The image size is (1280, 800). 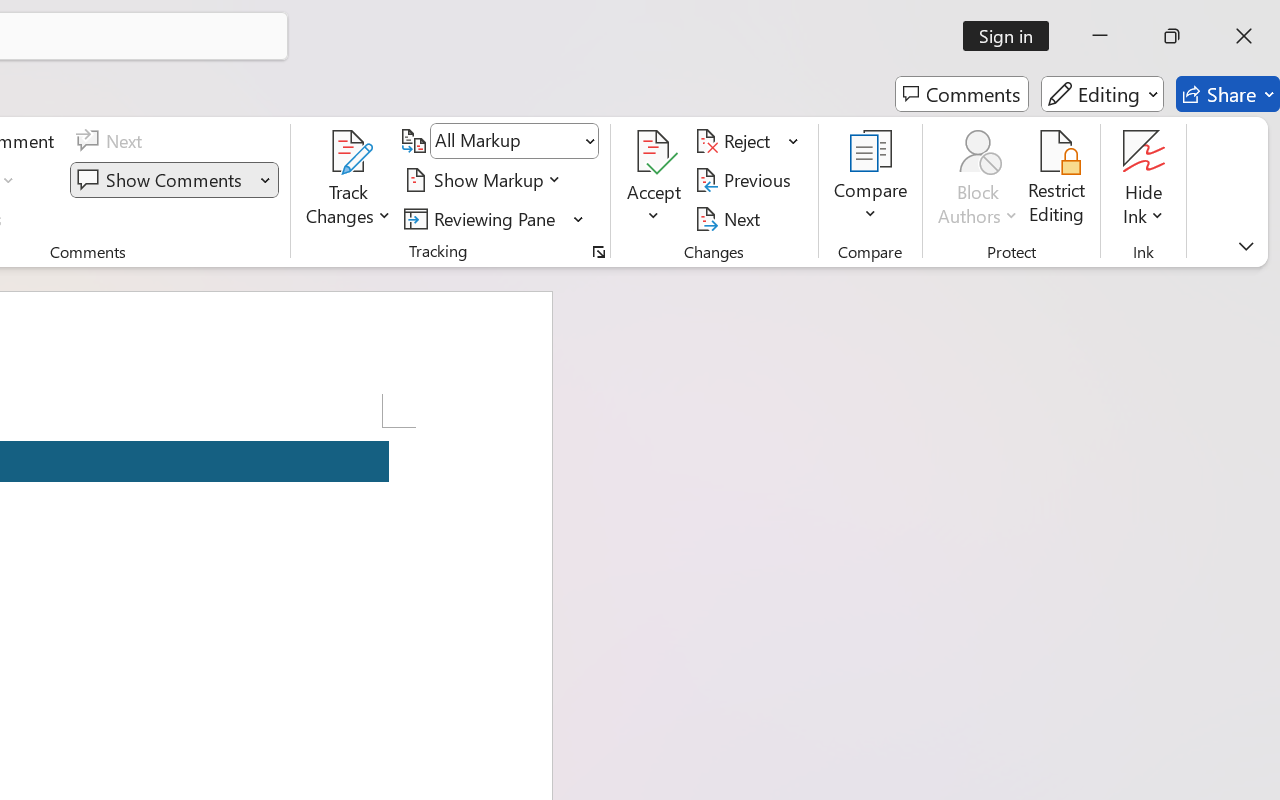 What do you see at coordinates (871, 179) in the screenshot?
I see `'Compare'` at bounding box center [871, 179].